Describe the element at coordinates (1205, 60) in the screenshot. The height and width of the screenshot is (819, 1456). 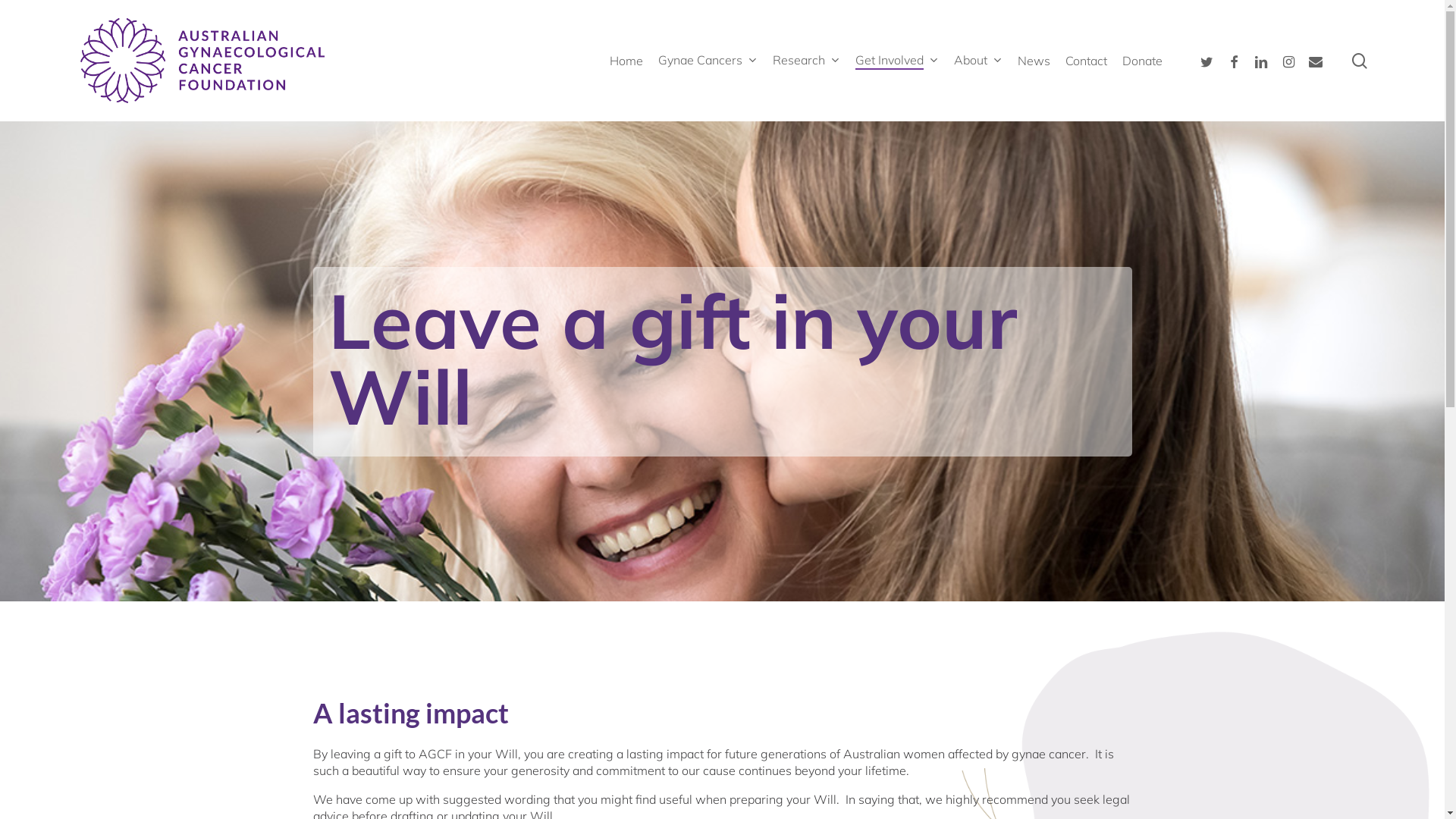
I see `'twitter'` at that location.